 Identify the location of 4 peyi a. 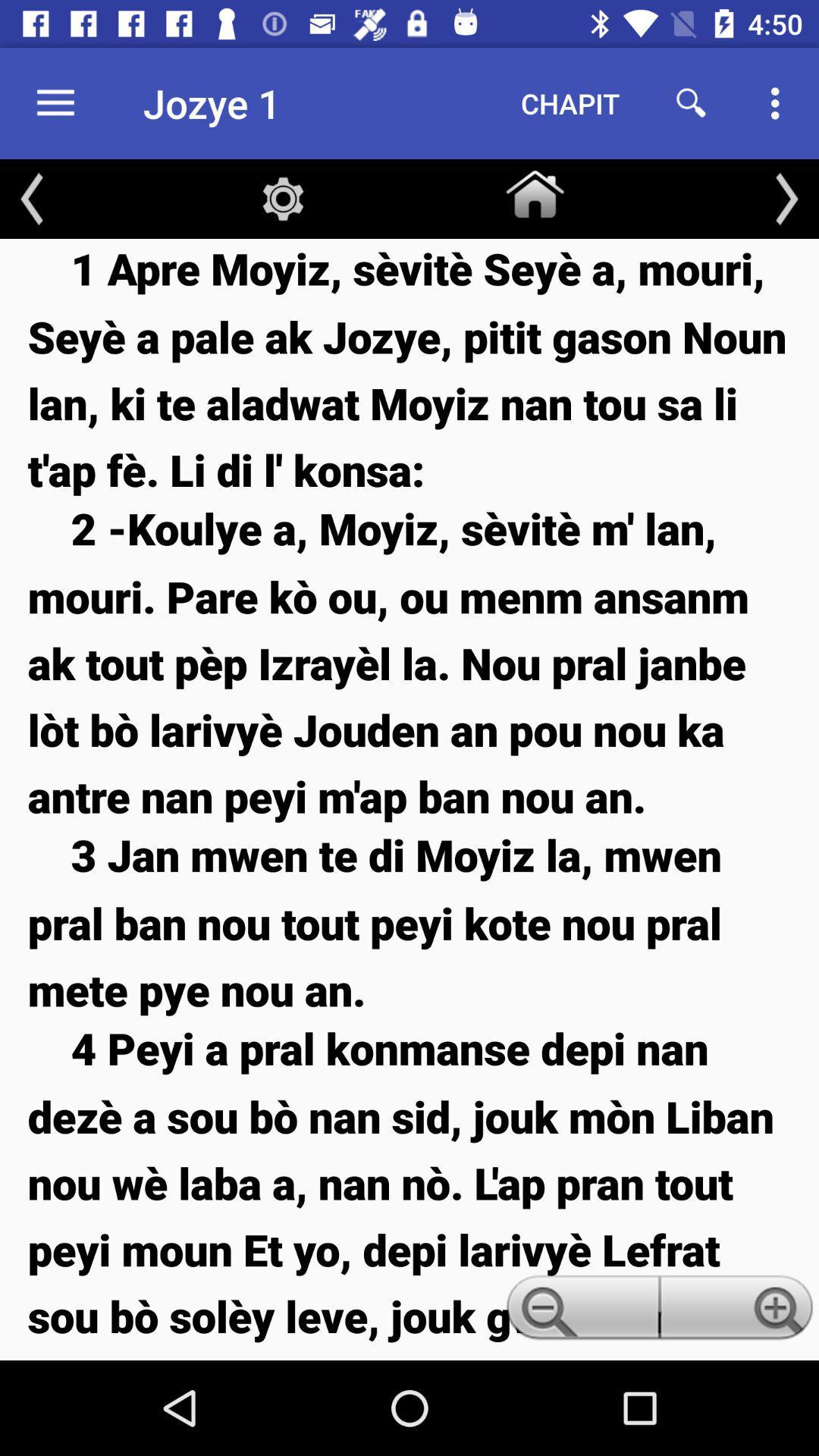
(409, 1188).